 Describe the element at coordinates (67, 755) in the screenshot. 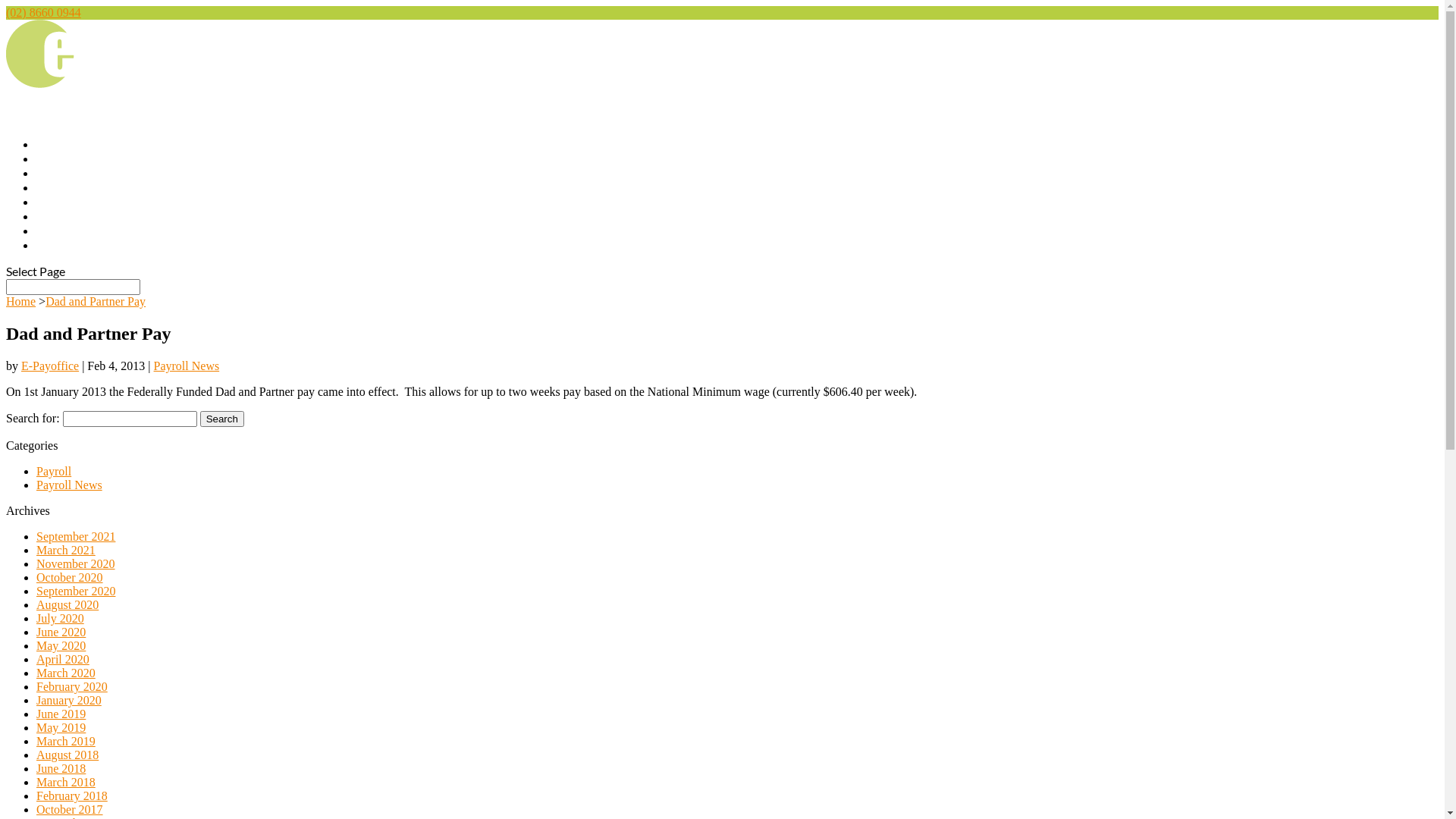

I see `'August 2018'` at that location.